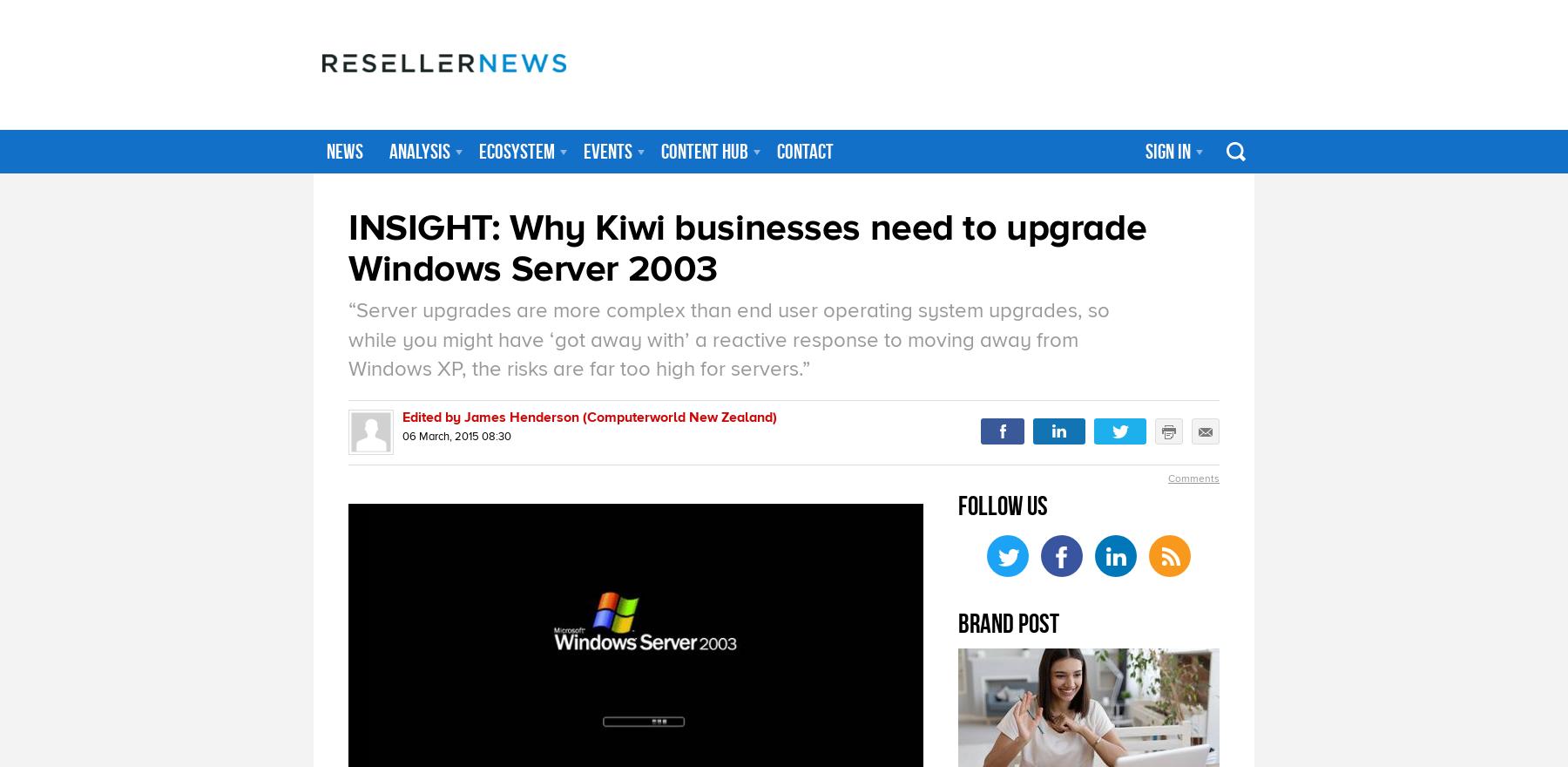 The width and height of the screenshot is (1568, 767). What do you see at coordinates (402, 417) in the screenshot?
I see `'Edited by James Henderson (Computerworld New Zealand)'` at bounding box center [402, 417].